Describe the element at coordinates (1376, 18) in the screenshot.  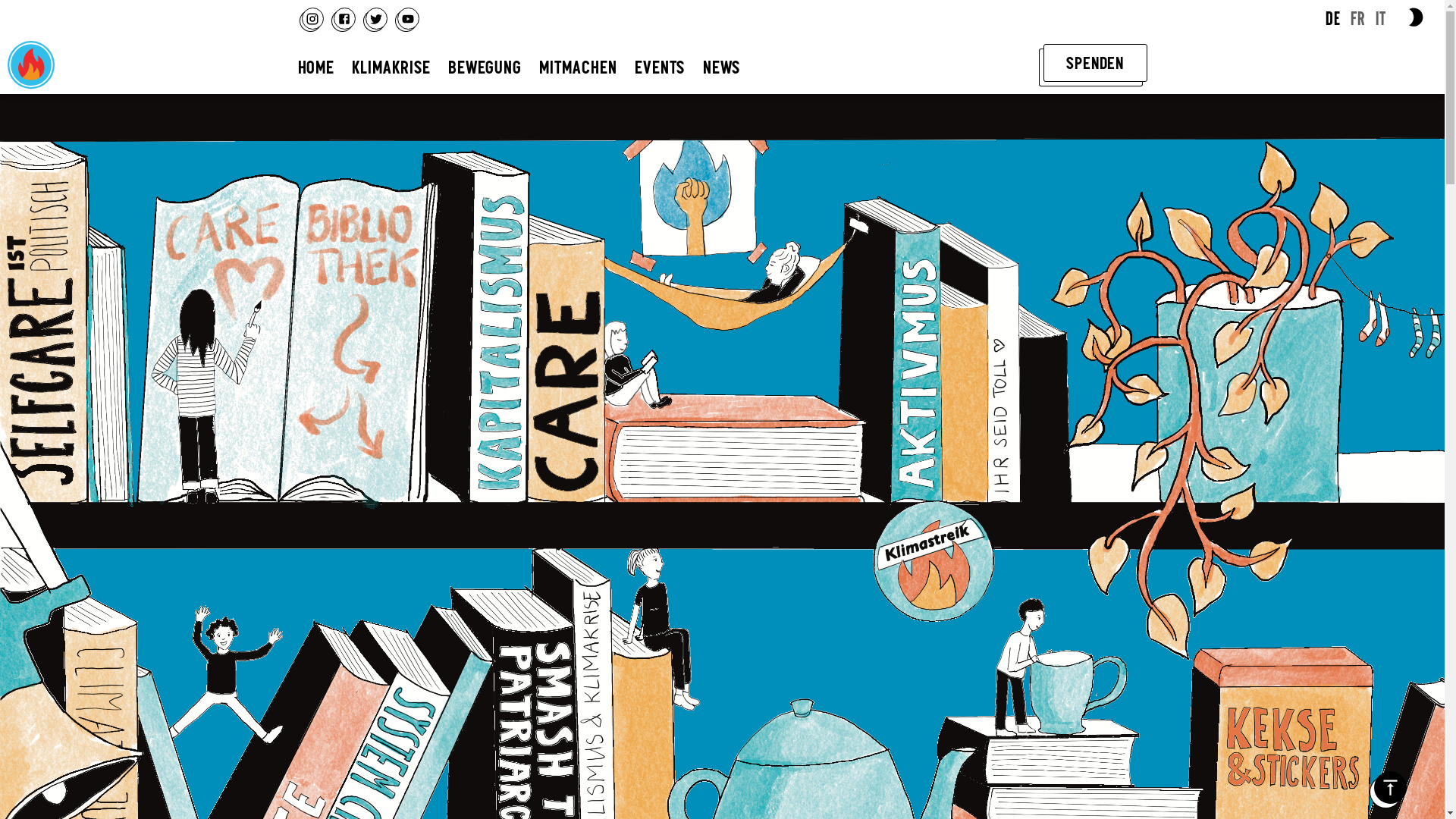
I see `'IT'` at that location.